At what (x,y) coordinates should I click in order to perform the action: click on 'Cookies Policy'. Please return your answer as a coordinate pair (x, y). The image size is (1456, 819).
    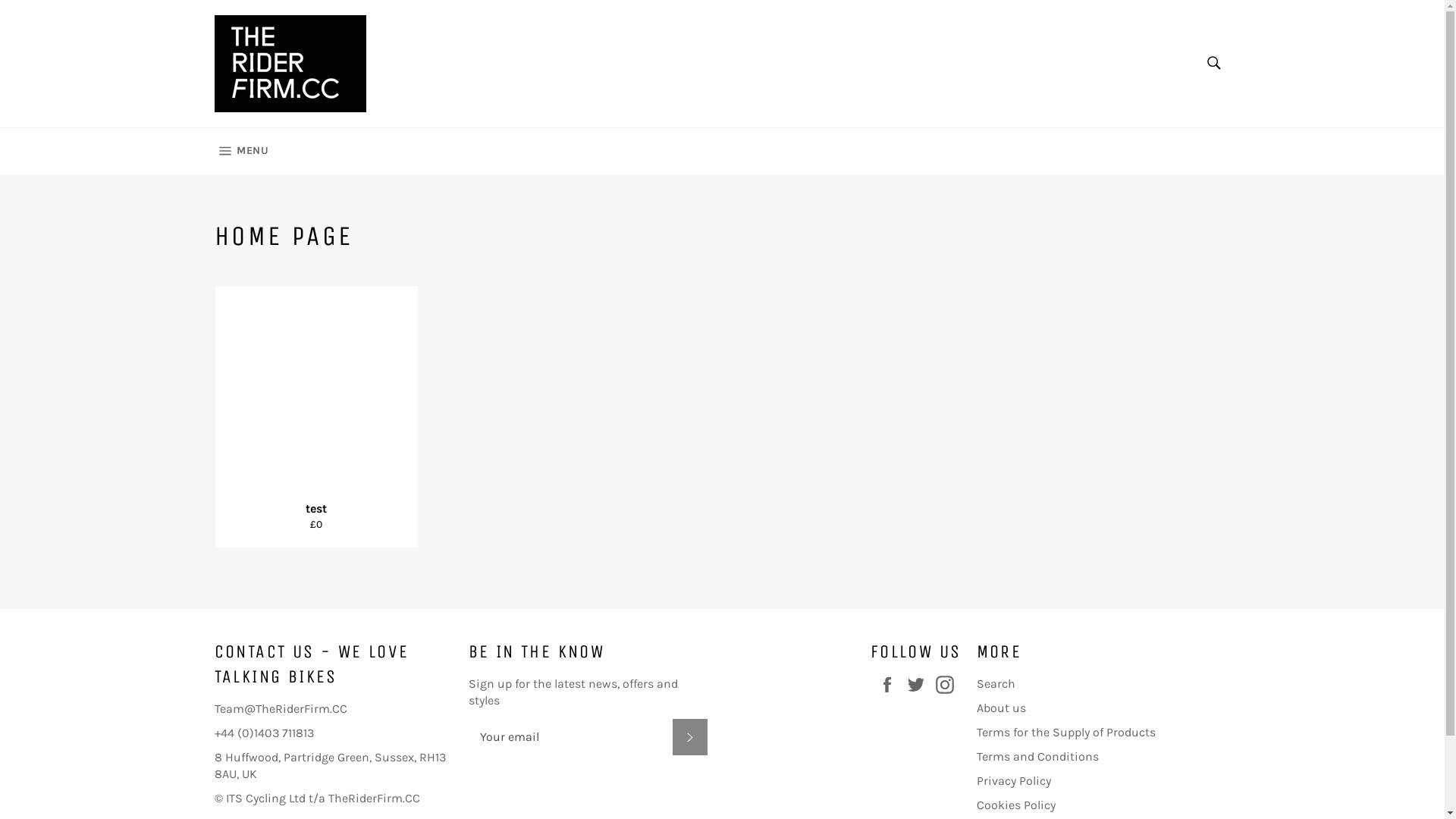
    Looking at the image, I should click on (1015, 804).